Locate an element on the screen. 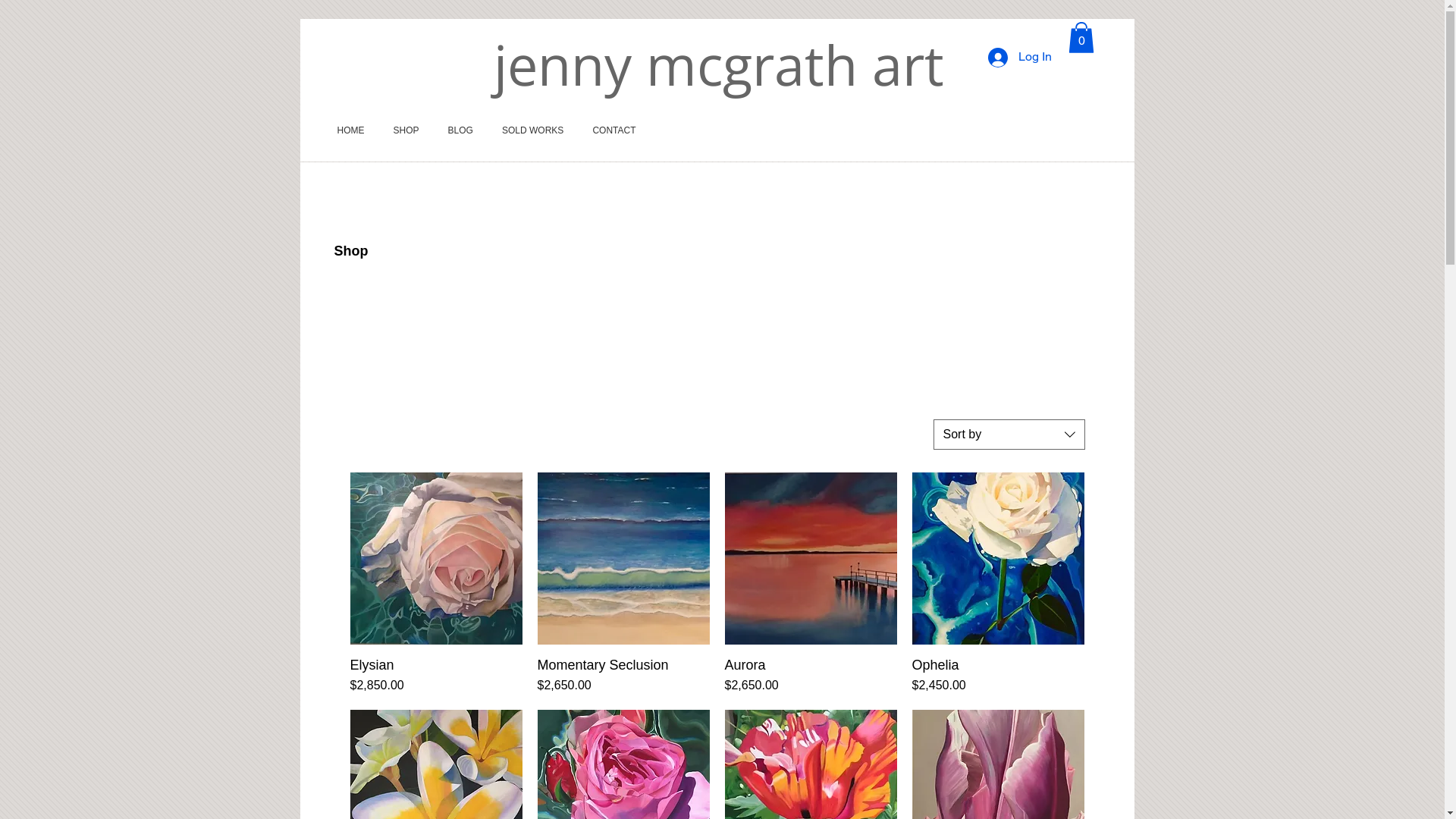 The width and height of the screenshot is (1456, 819). 'Momentary Seclusion is located at coordinates (623, 675).